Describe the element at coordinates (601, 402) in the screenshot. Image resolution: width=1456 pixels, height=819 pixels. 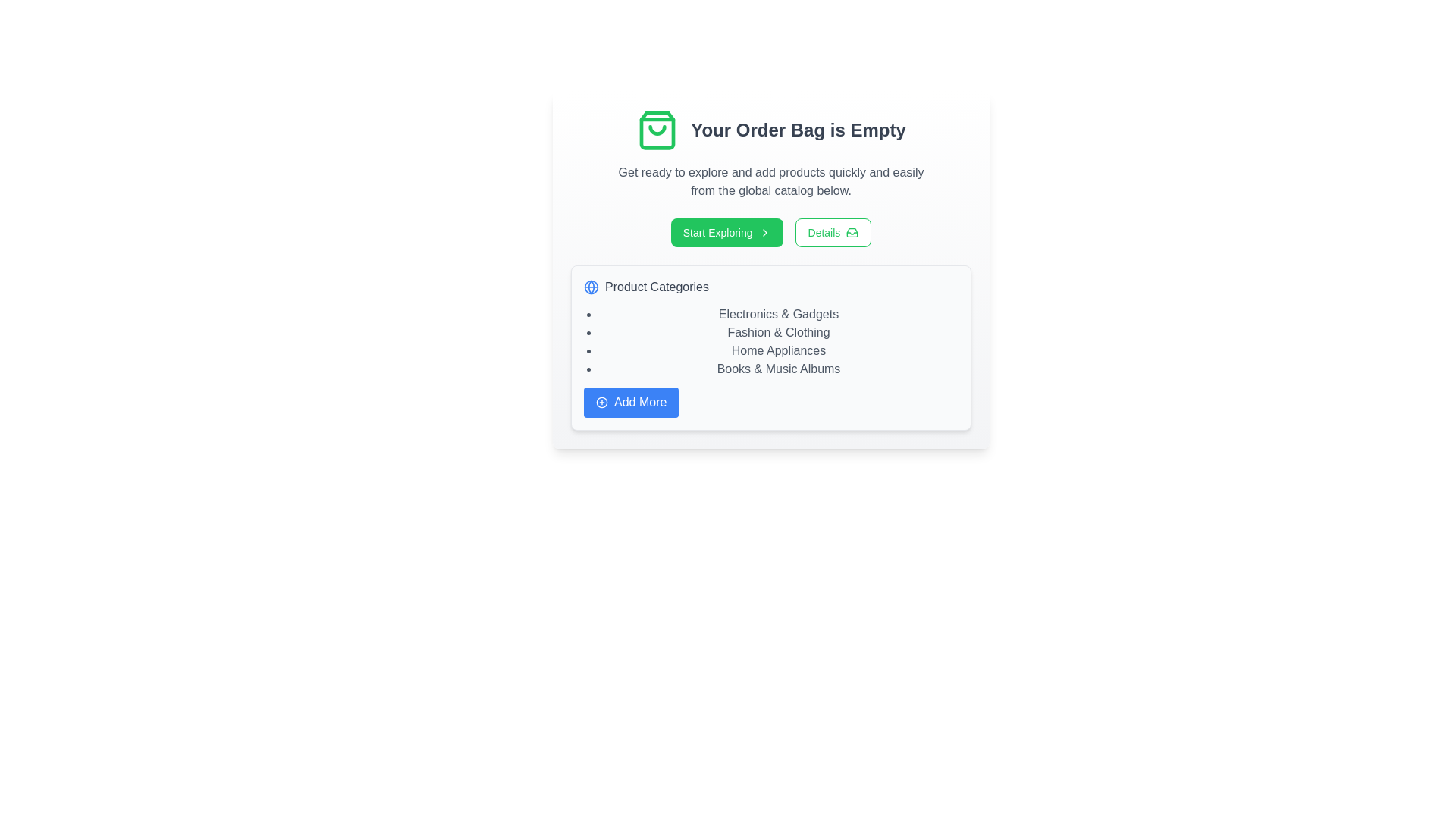
I see `the 'Add More' button which contains a circular icon with a plus sign inside, styled with thin lines and white color, located at the bottom of the 'Product Categories' section` at that location.